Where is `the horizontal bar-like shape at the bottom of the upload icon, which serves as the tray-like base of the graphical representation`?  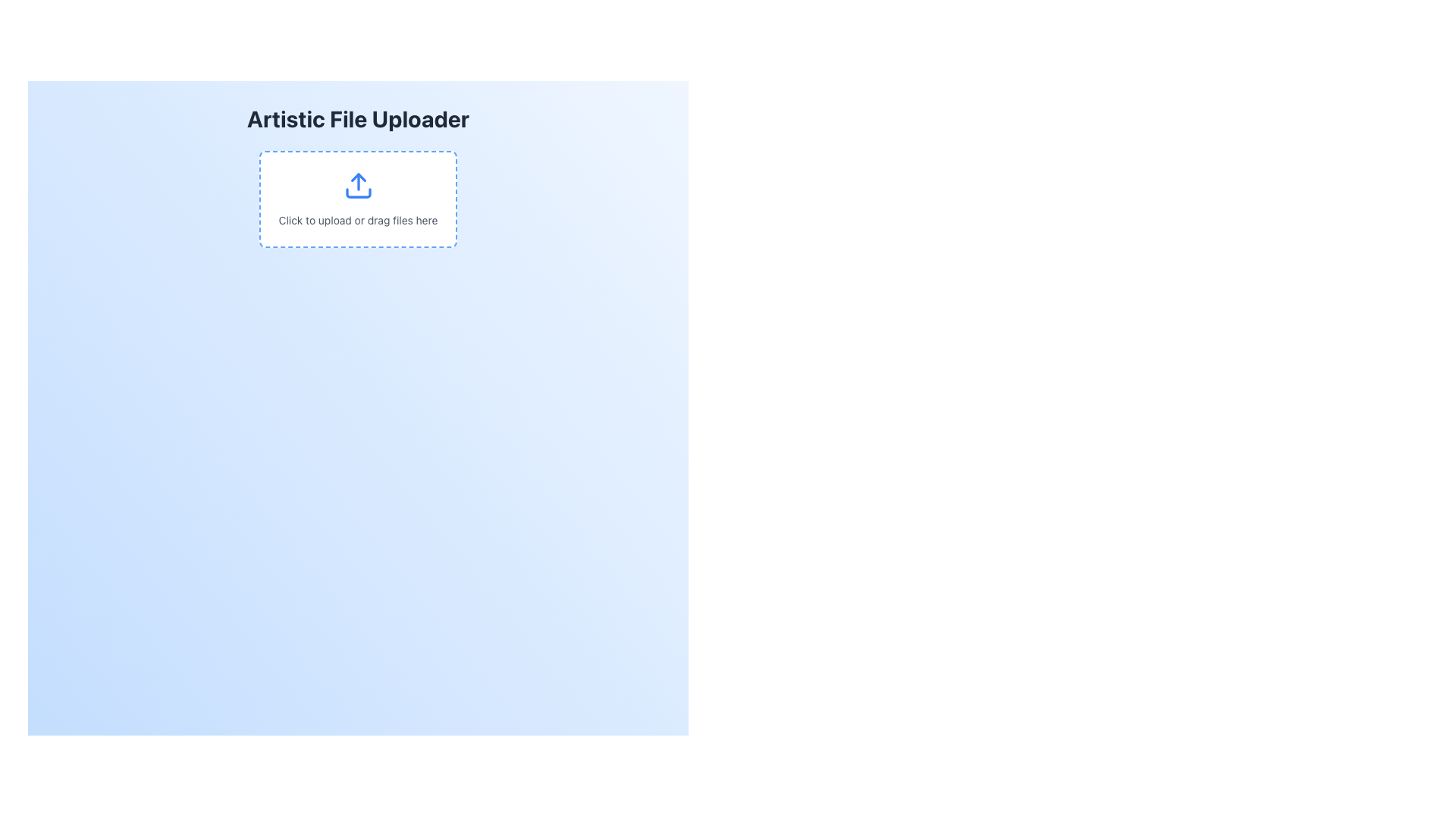
the horizontal bar-like shape at the bottom of the upload icon, which serves as the tray-like base of the graphical representation is located at coordinates (357, 192).